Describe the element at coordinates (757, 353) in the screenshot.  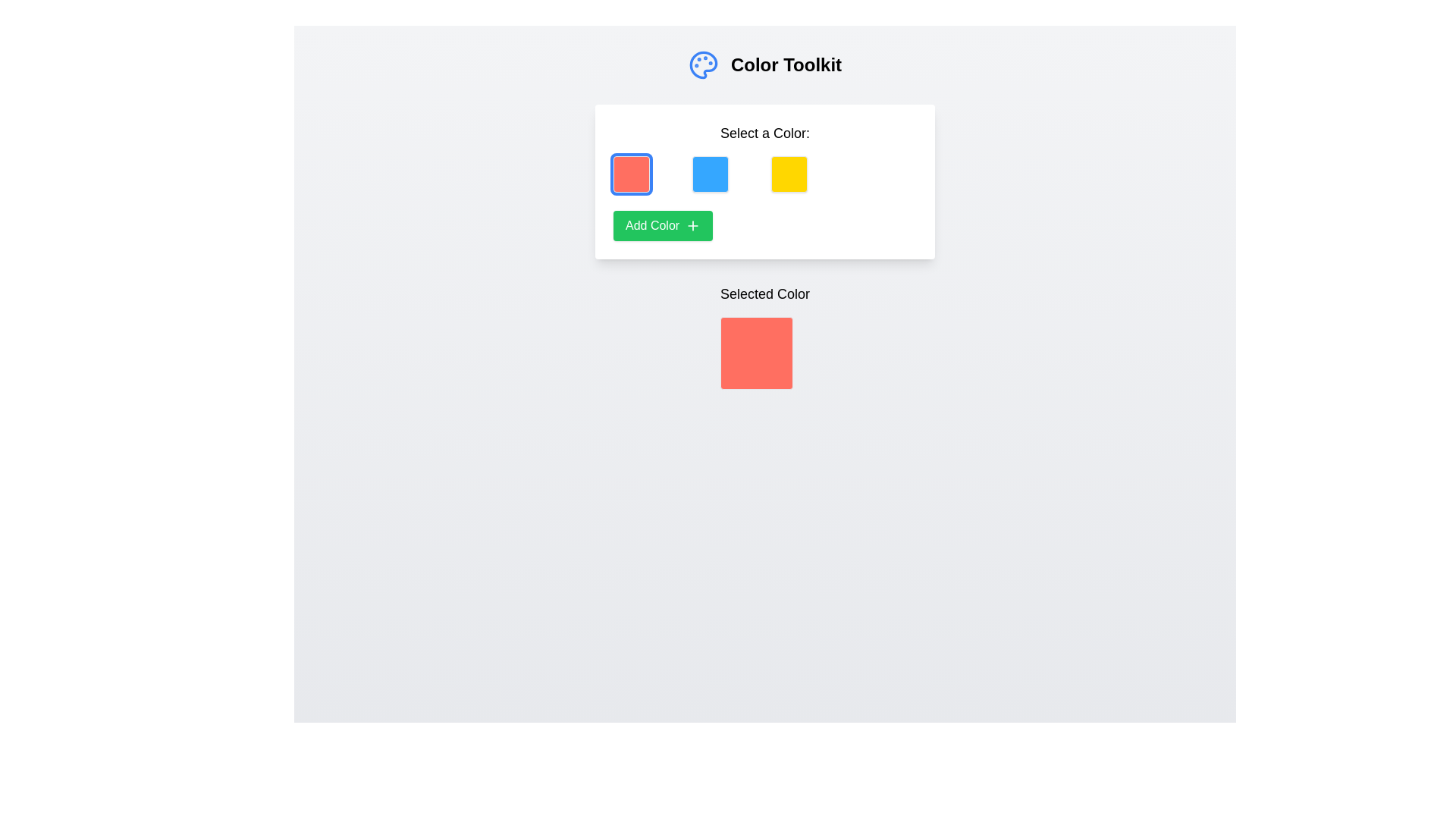
I see `the color displayed in the visual display area located centrally below the title 'Selected Color'` at that location.